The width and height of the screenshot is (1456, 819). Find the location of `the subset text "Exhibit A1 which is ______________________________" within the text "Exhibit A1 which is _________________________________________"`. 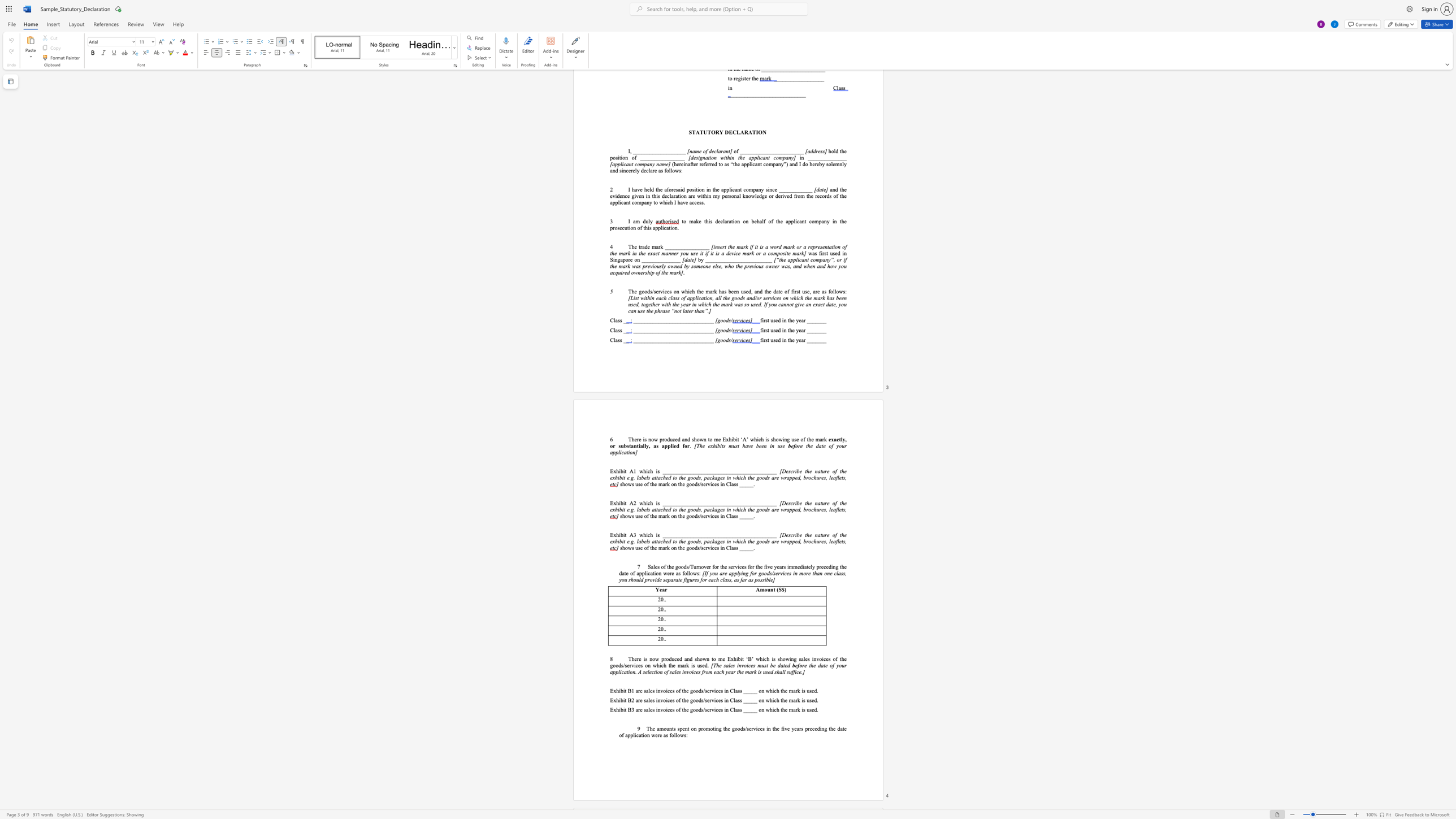

the subset text "Exhibit A1 which is ______________________________" within the text "Exhibit A1 which is _________________________________________" is located at coordinates (610, 471).